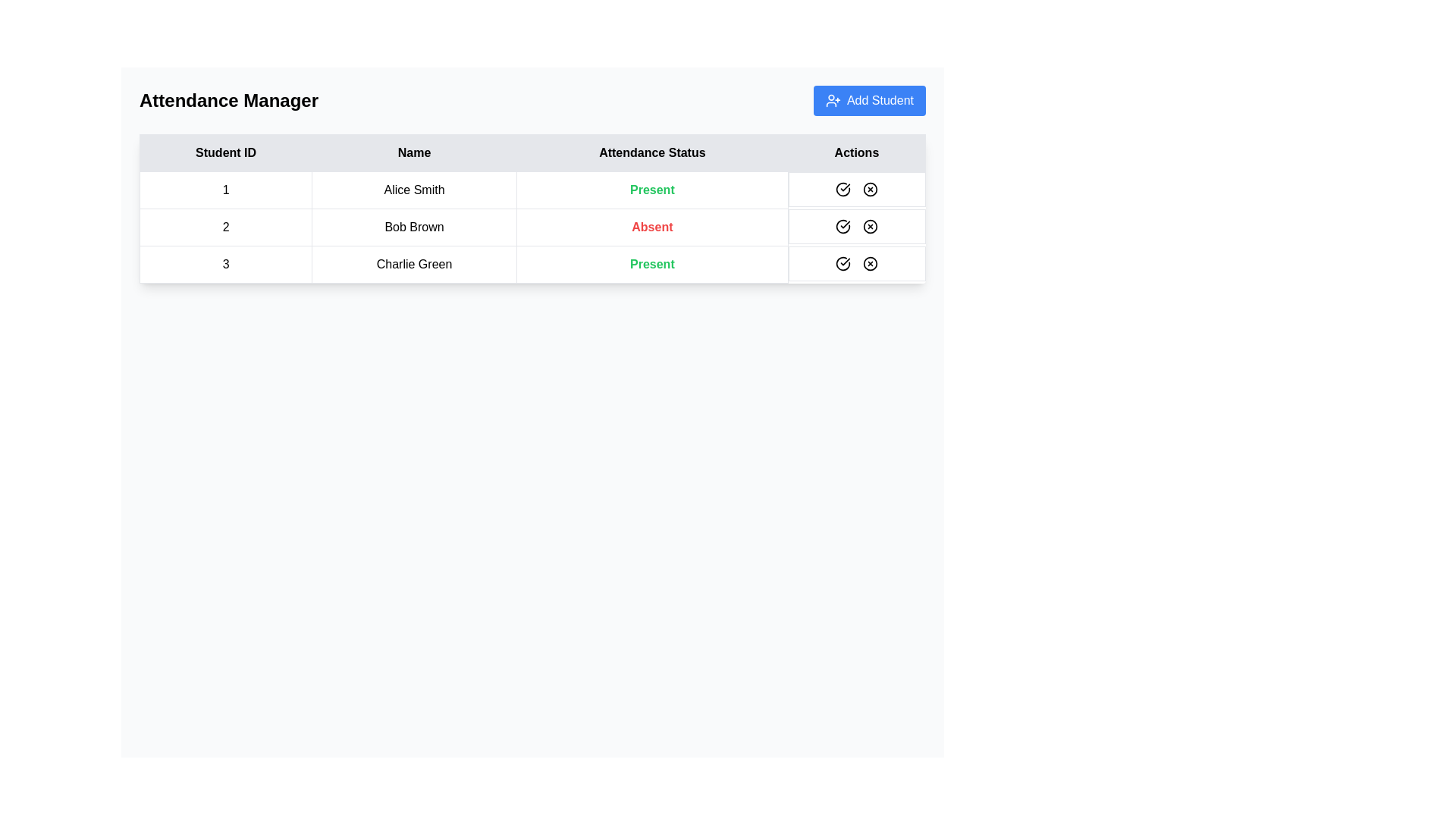 The height and width of the screenshot is (819, 1456). I want to click on the graphical icon in the Action column of the second row associated with the entry labeled 'Bob Brown', so click(871, 226).